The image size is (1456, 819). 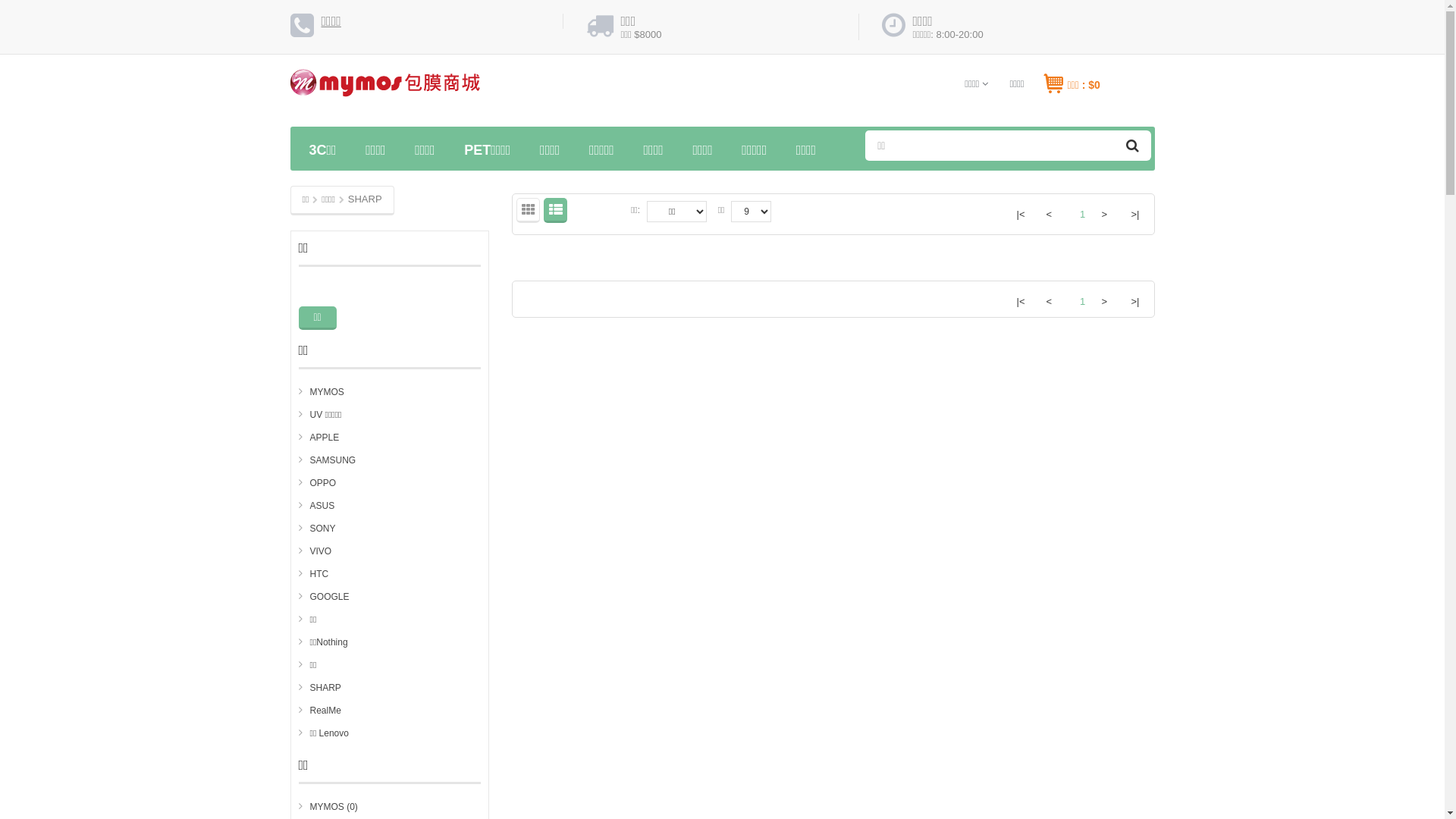 I want to click on '1', so click(x=1076, y=296).